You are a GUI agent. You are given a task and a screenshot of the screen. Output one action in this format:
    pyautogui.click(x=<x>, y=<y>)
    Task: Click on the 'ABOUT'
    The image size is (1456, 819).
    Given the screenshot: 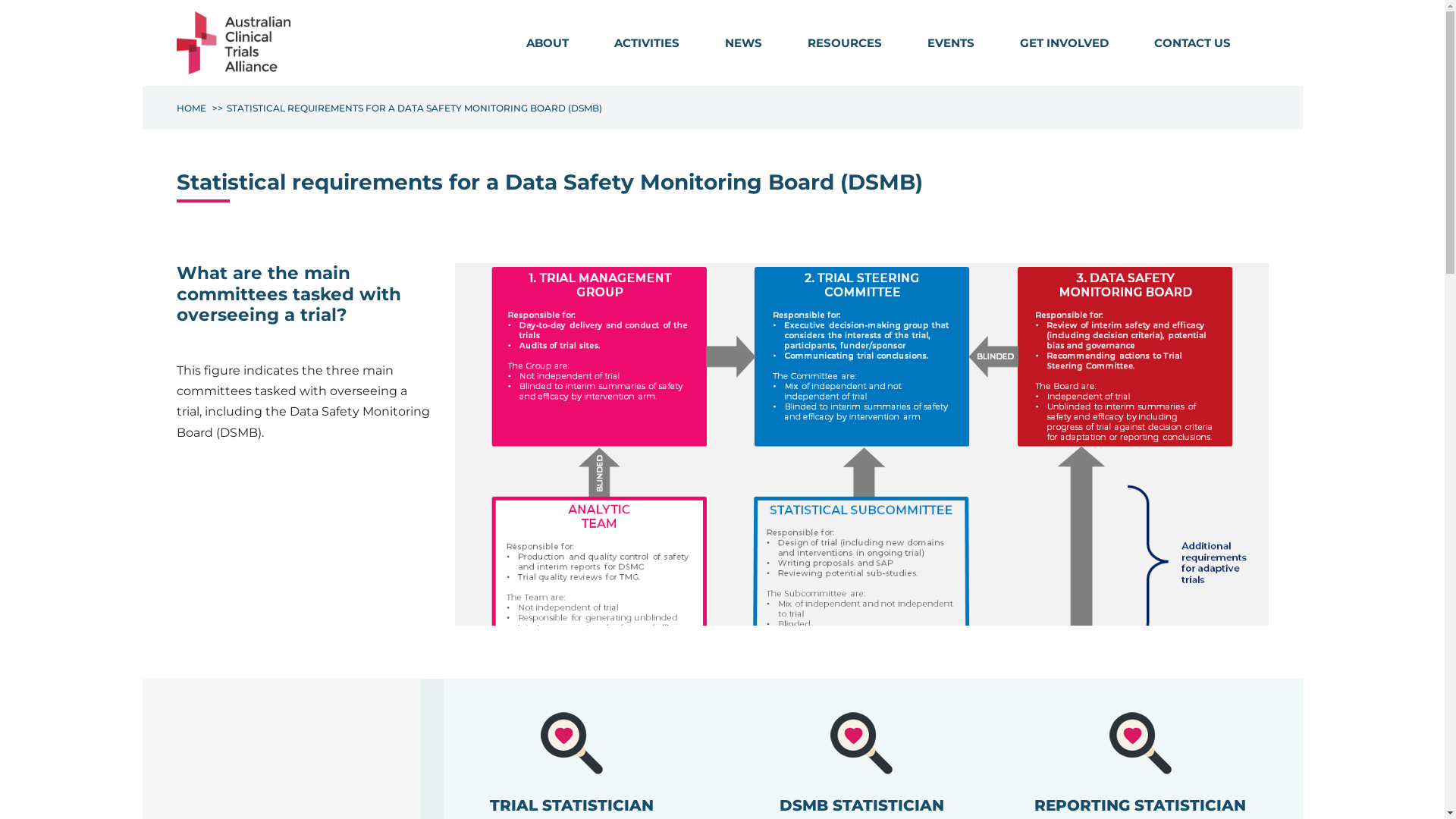 What is the action you would take?
    pyautogui.click(x=503, y=42)
    